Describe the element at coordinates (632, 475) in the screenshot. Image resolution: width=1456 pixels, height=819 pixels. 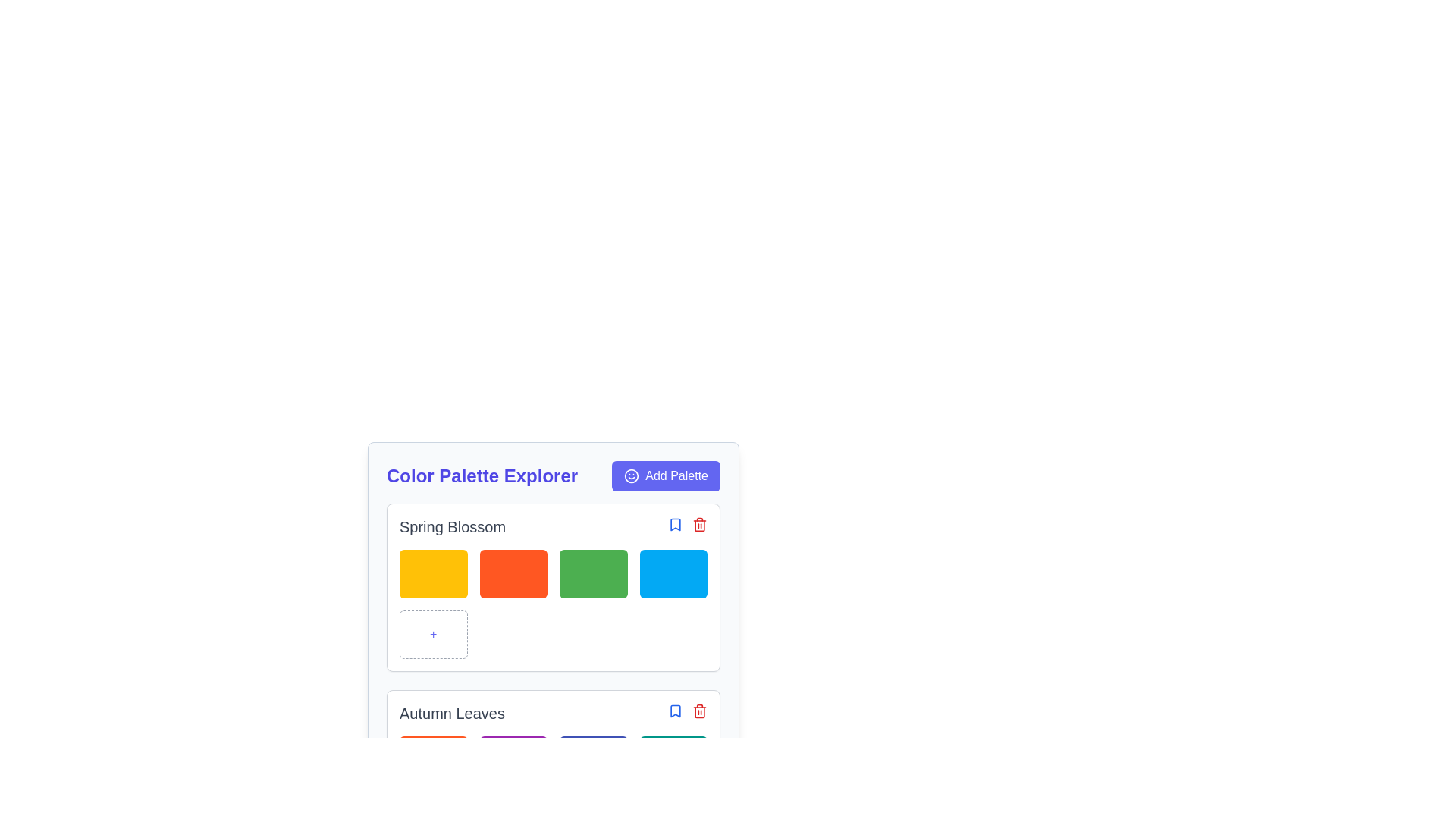
I see `the smiley face icon with a blue outline and white fill located in the top-right corner of the main interface section` at that location.